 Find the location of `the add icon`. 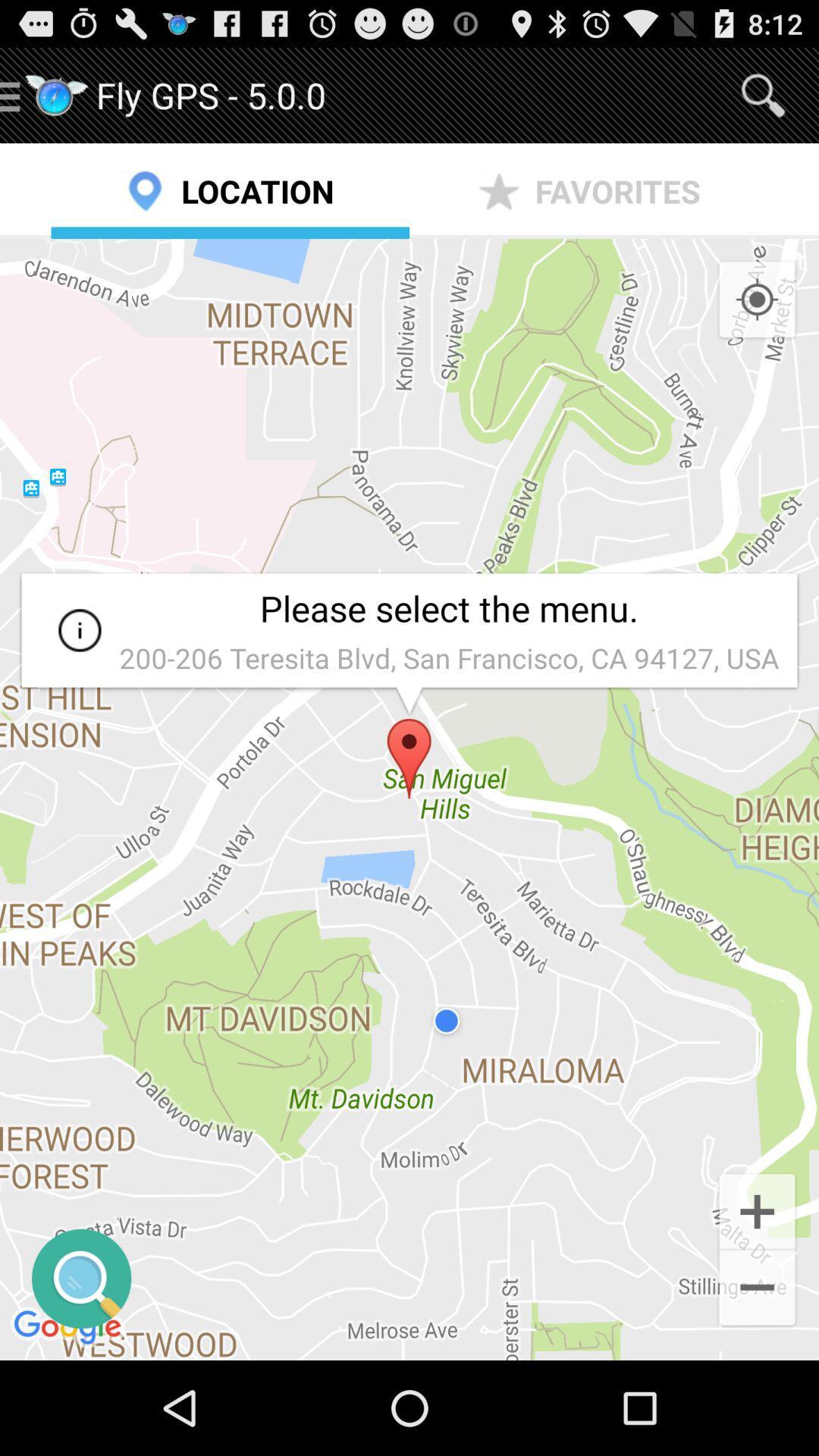

the add icon is located at coordinates (757, 1294).